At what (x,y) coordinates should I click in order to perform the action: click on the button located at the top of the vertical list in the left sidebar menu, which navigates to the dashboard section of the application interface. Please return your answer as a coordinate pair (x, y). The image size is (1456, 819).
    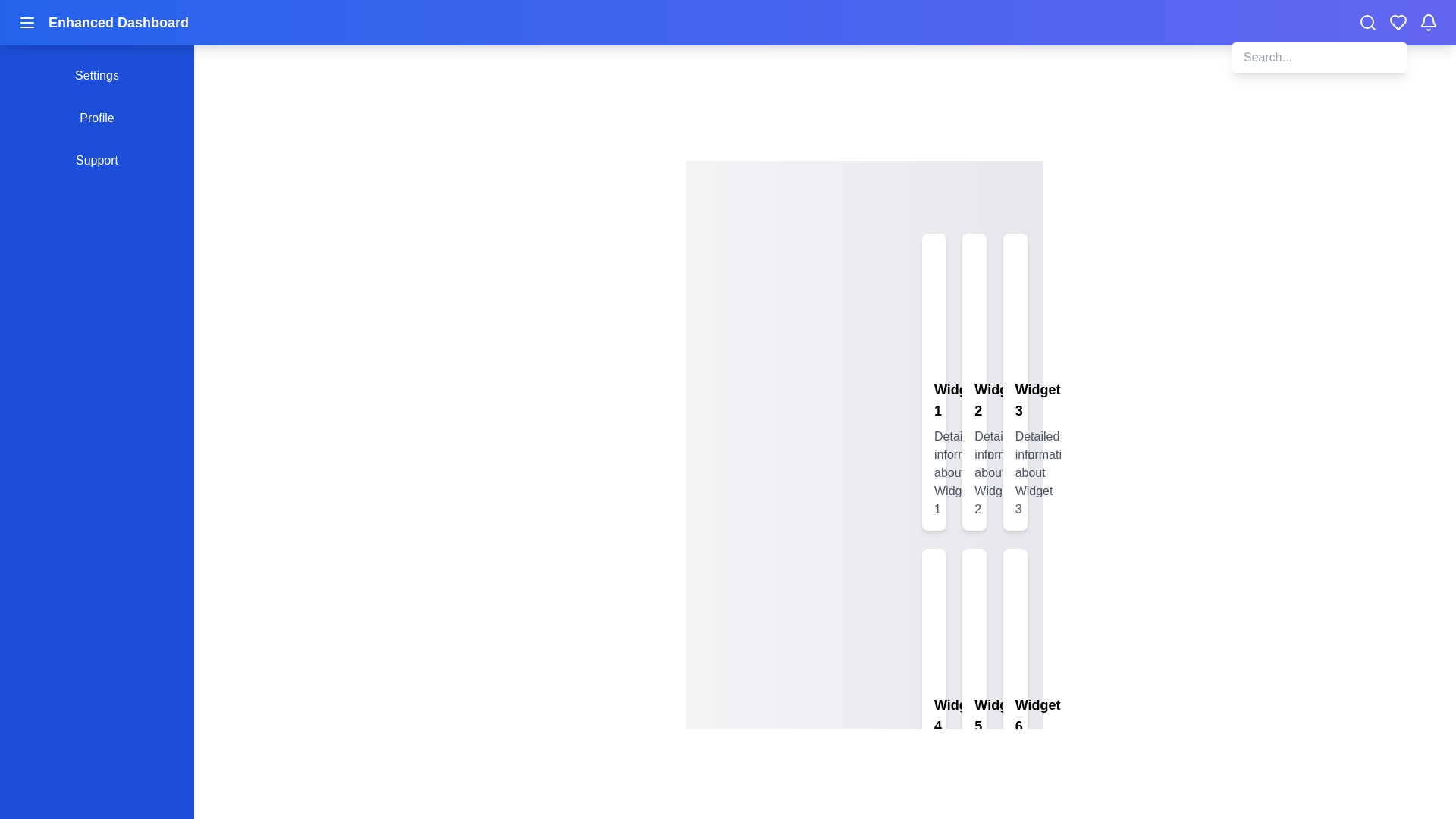
    Looking at the image, I should click on (96, 33).